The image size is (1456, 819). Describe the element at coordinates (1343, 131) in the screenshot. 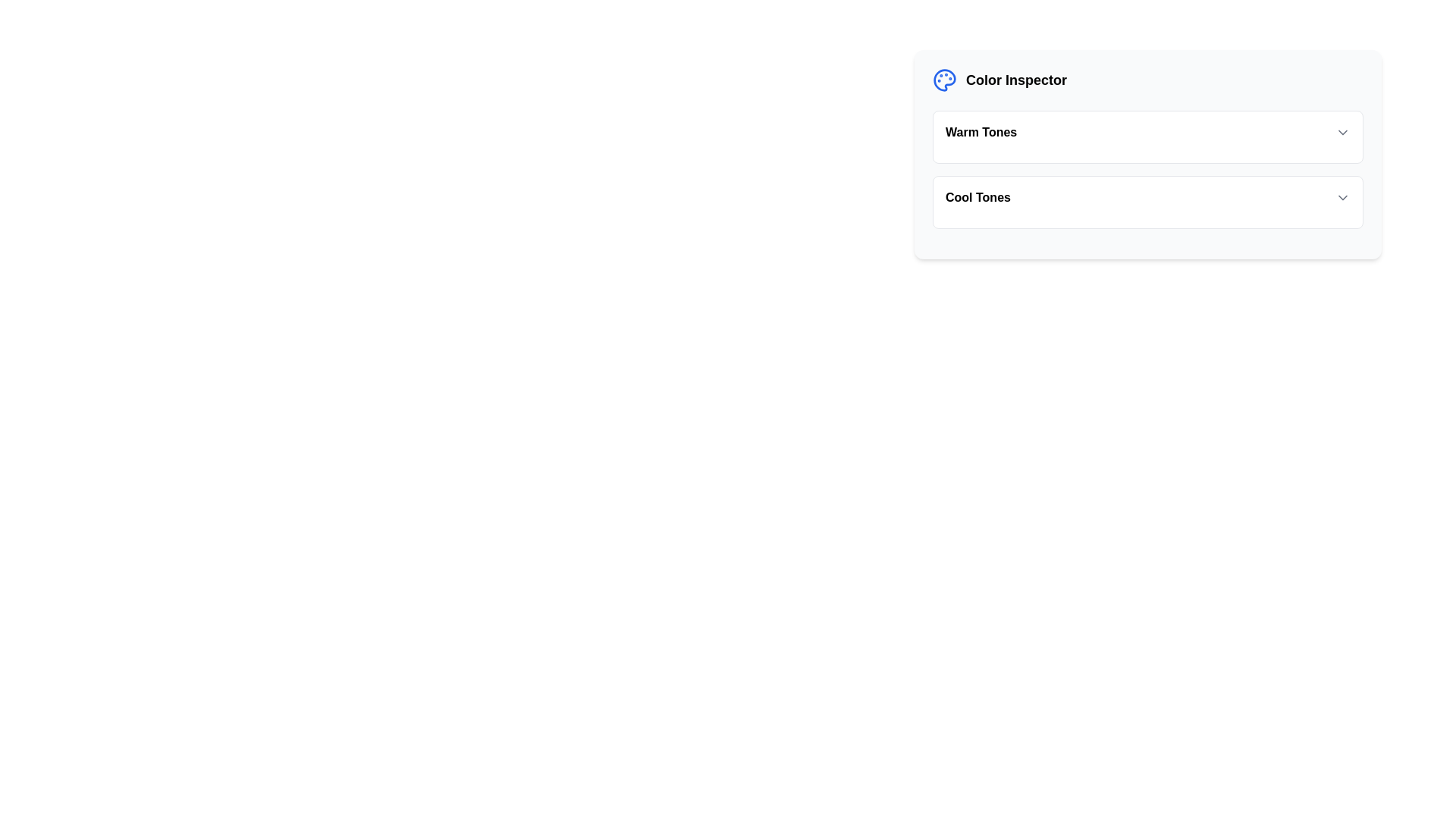

I see `the dropdown toggle arrow for the 'Warm Tones' section to provide visual feedback` at that location.